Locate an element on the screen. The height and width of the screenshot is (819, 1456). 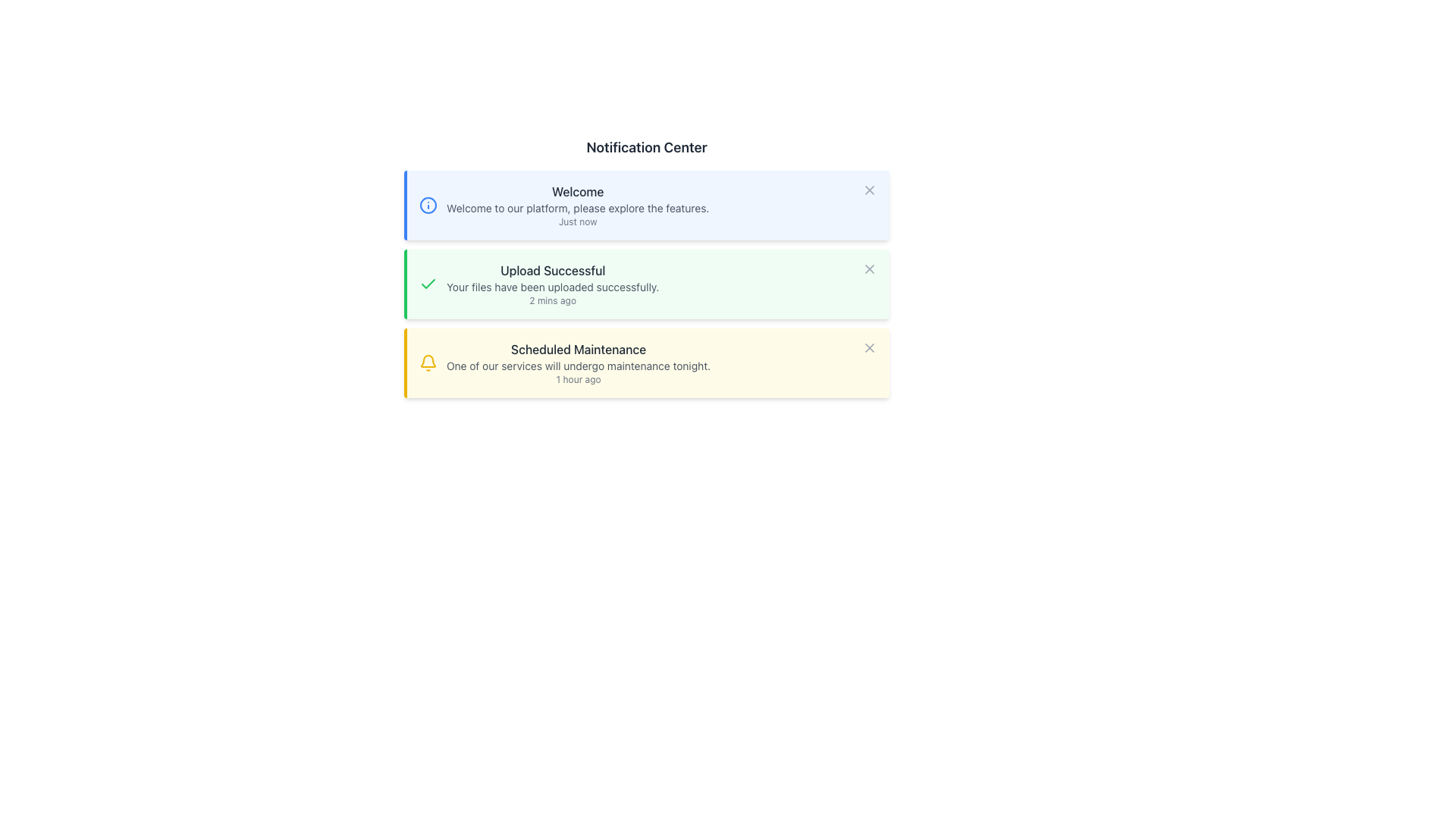
the informational notification icon (SVG Circle) located to the left of the card title 'Welcome' in the Notification Center interface is located at coordinates (428, 205).